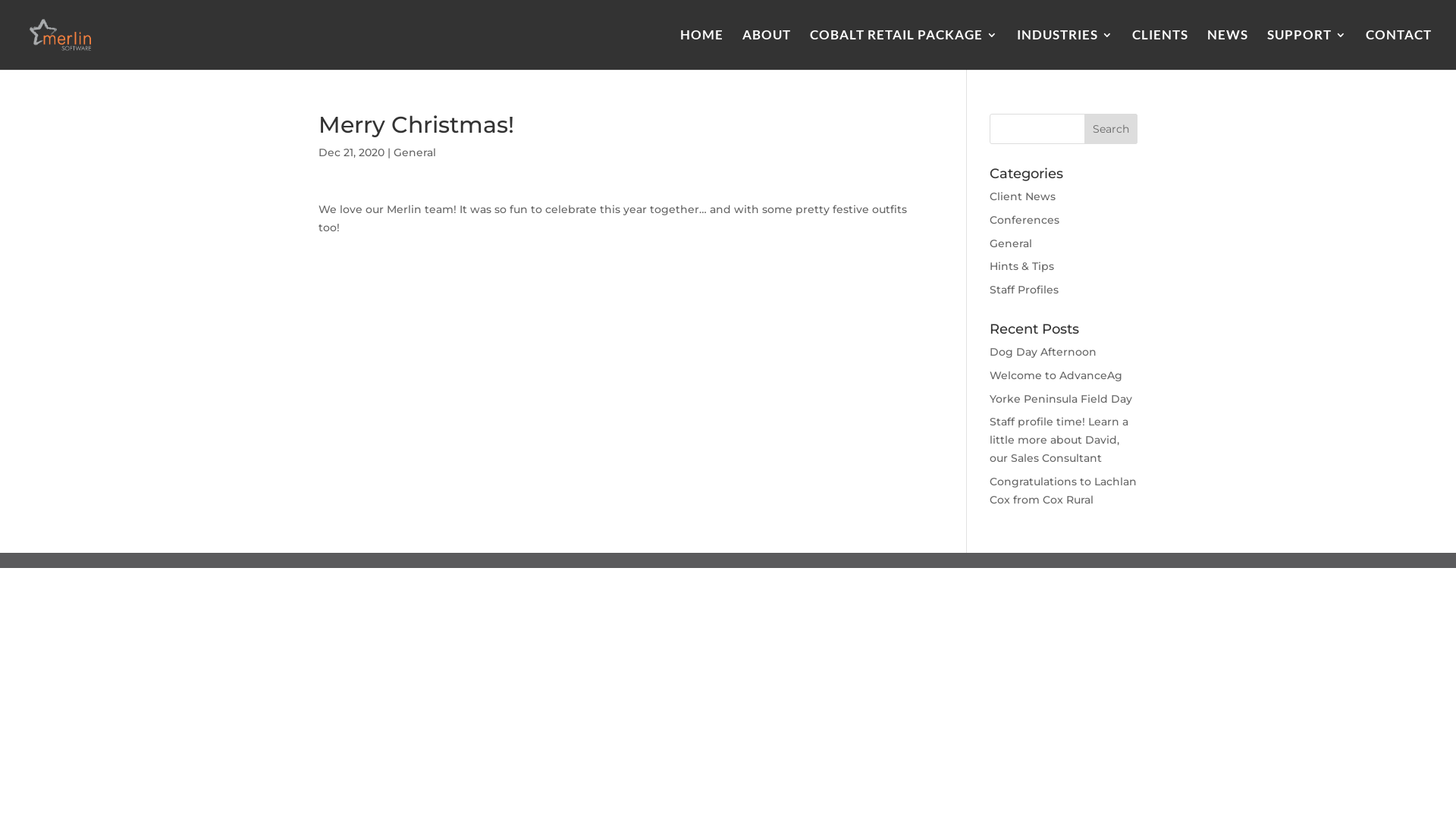 The width and height of the screenshot is (1456, 819). What do you see at coordinates (1110, 127) in the screenshot?
I see `'Search'` at bounding box center [1110, 127].